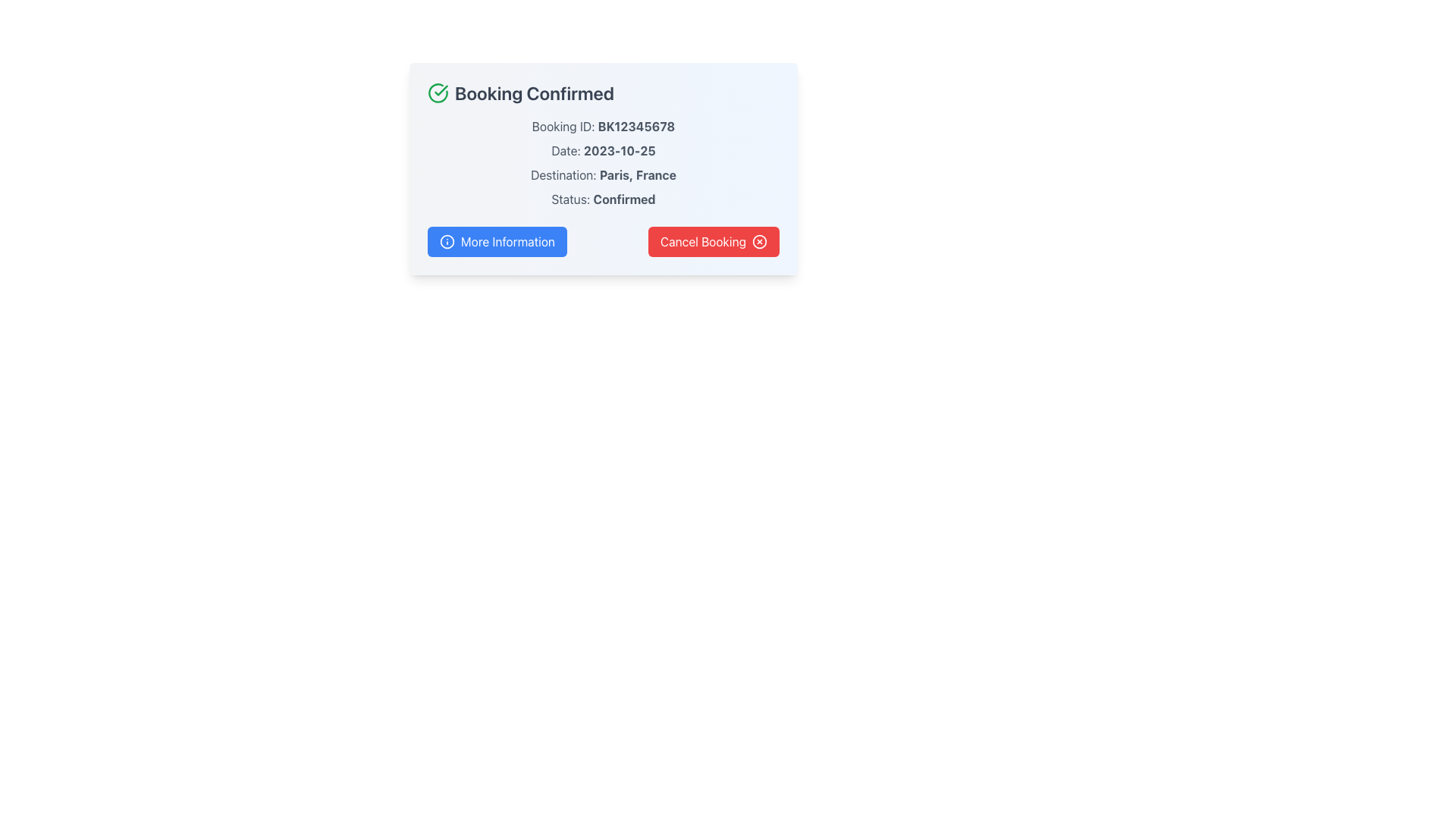 The height and width of the screenshot is (819, 1456). I want to click on the text label displaying 'Booking ID: BK12345678', which is styled in gray and is the first entry under 'Booking Confirmed', so click(603, 125).